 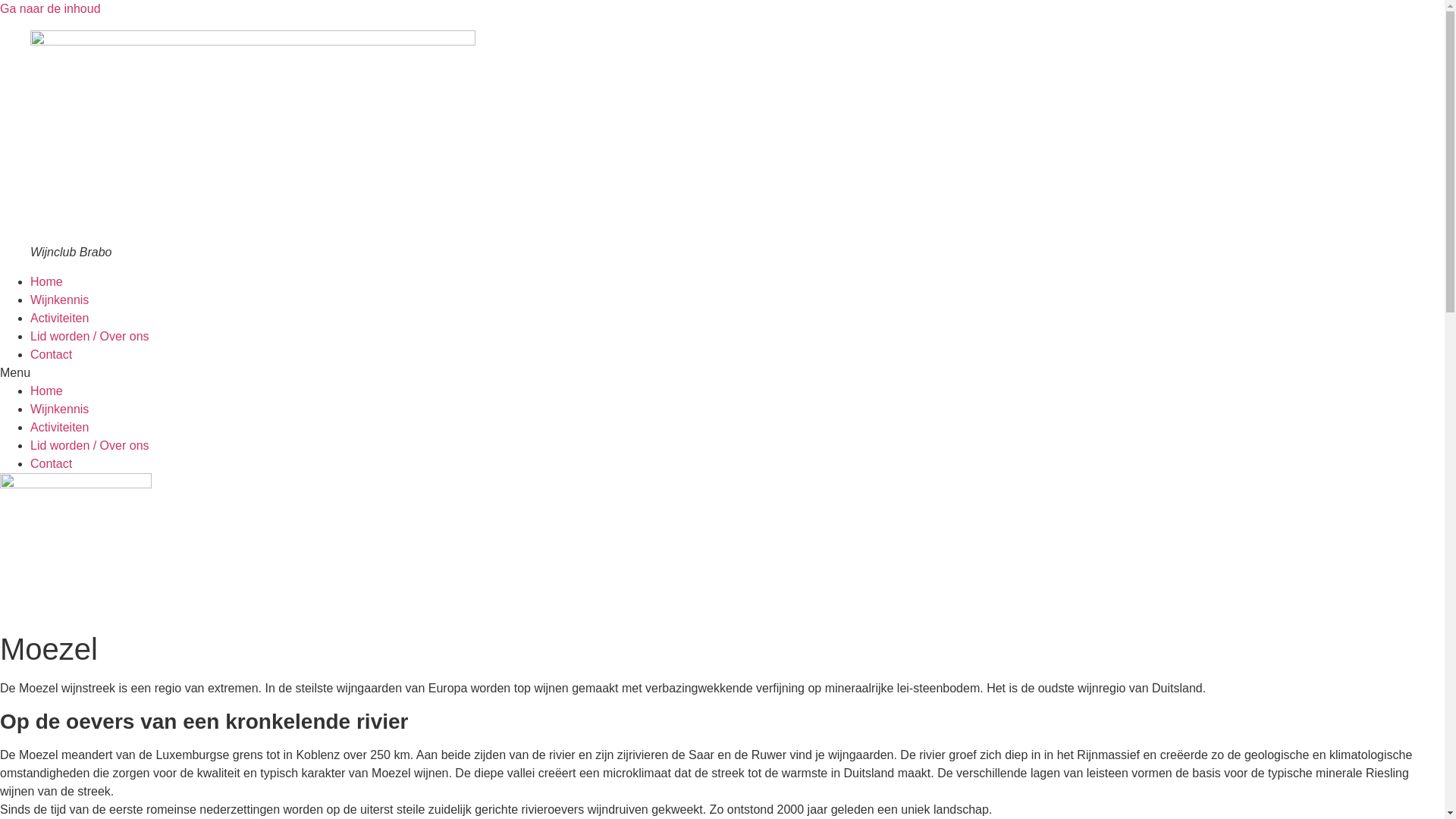 I want to click on 'Wijnkennis', so click(x=59, y=300).